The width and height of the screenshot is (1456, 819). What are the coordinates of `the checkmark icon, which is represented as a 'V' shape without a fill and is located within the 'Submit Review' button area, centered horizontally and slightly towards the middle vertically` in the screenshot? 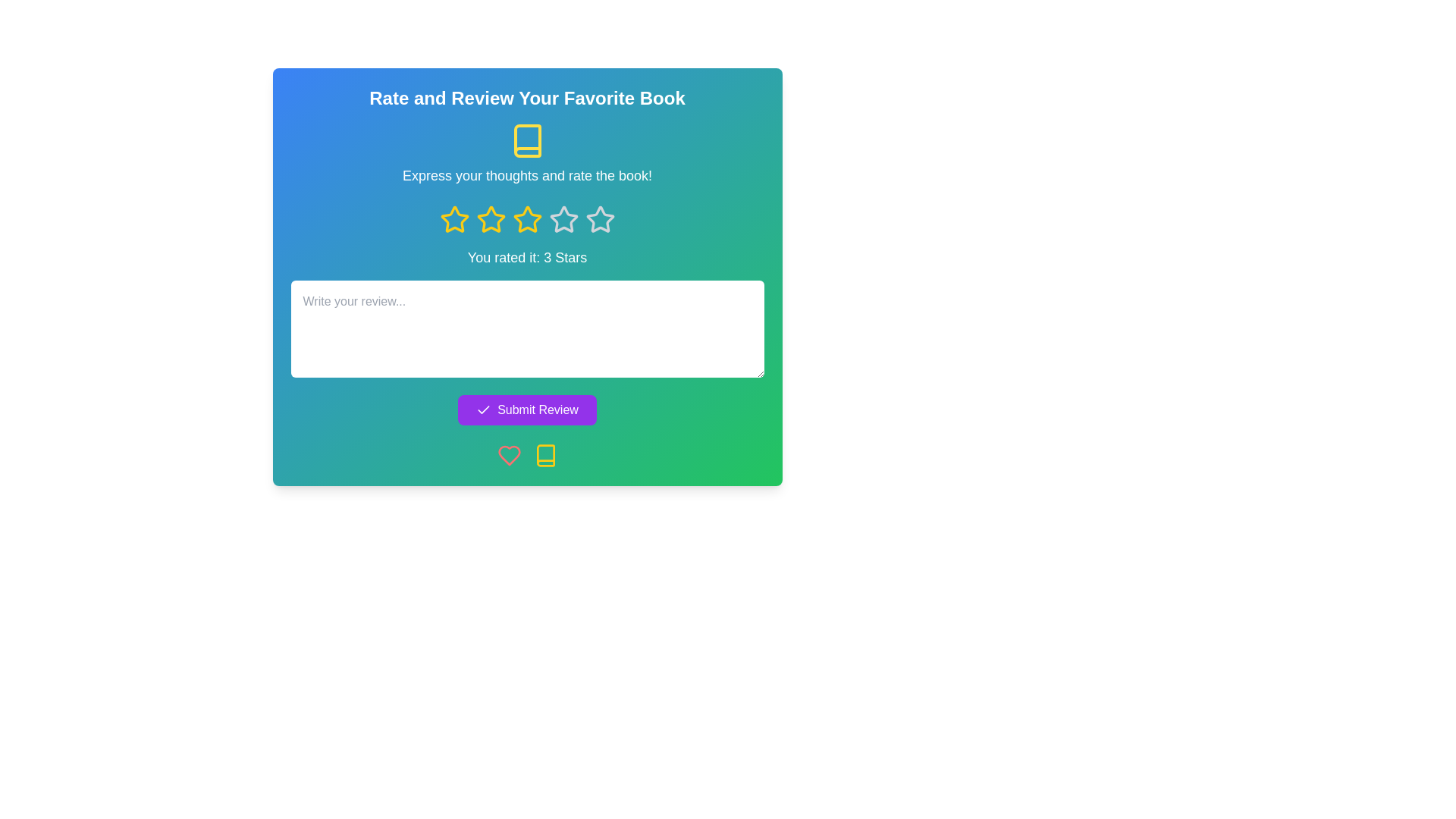 It's located at (483, 409).